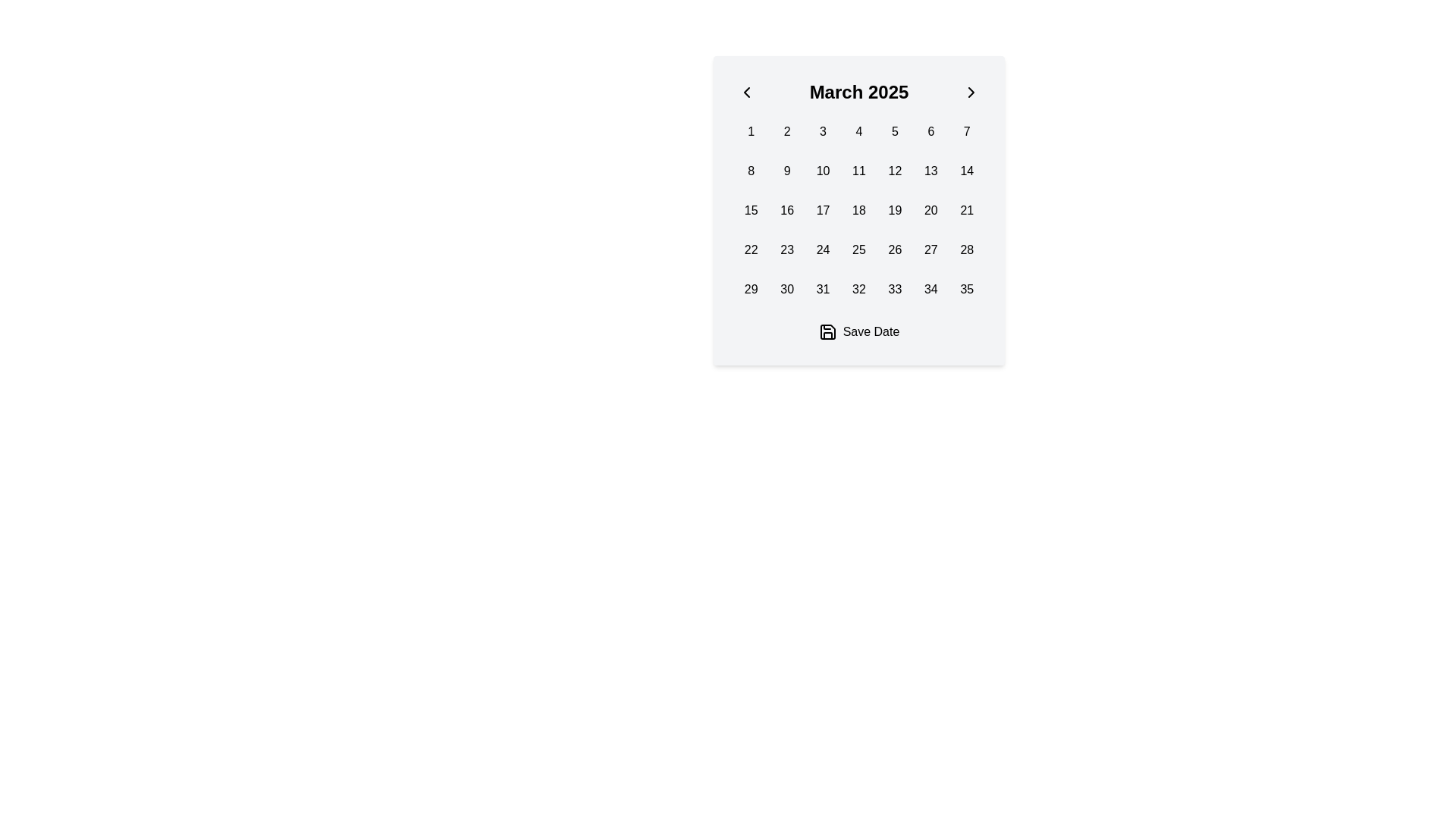 The image size is (1456, 819). What do you see at coordinates (895, 130) in the screenshot?
I see `the square button labeled '5' with a light gray background in the calendar grid` at bounding box center [895, 130].